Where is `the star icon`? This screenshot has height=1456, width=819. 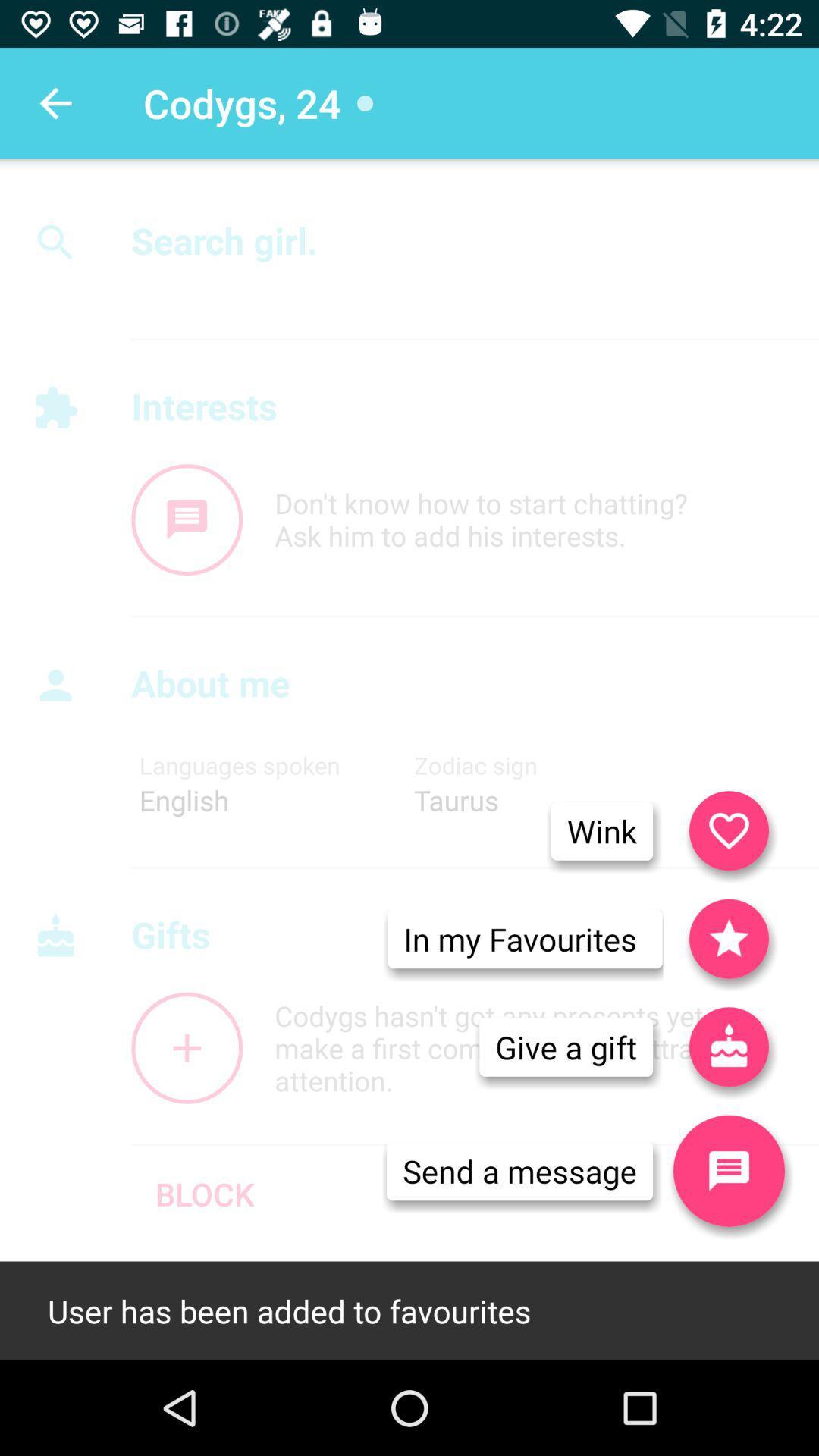
the star icon is located at coordinates (728, 938).